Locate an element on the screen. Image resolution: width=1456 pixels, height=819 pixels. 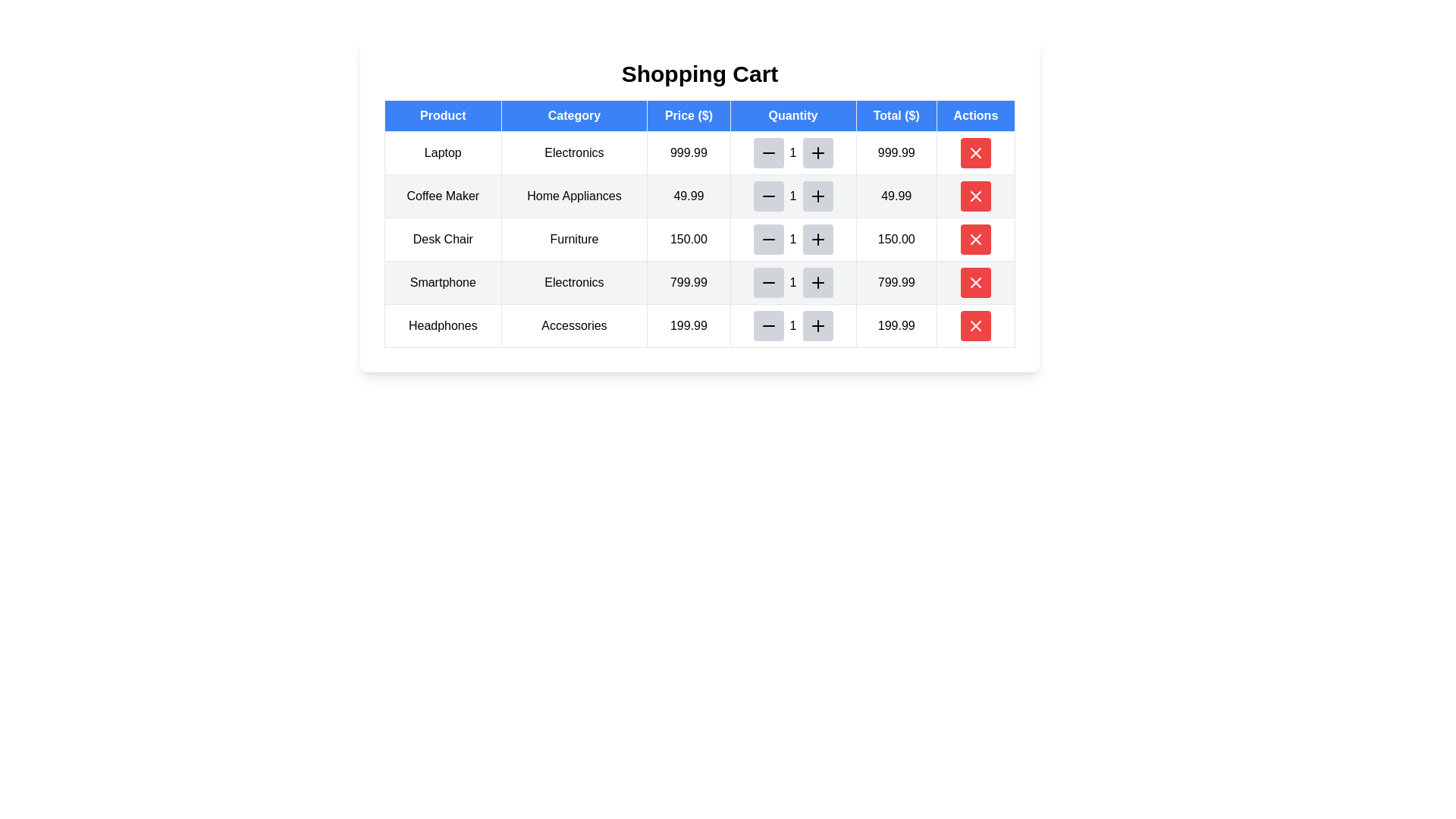
the fourth button in the 'Actions' column of the table to observe the hover state effect is located at coordinates (975, 239).